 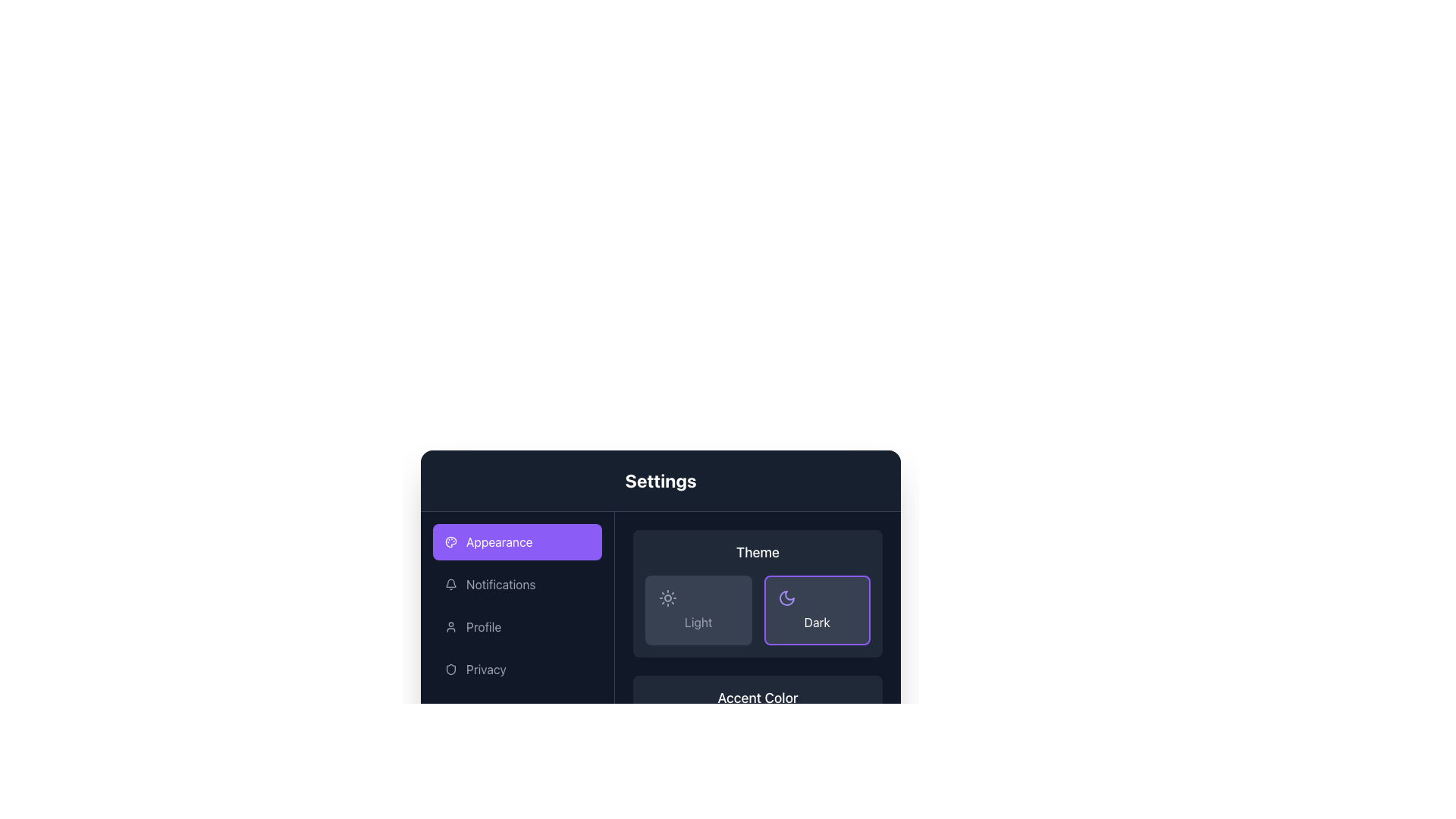 What do you see at coordinates (816, 623) in the screenshot?
I see `the descriptive label for the 'Dark' theme option, located underneath the moon icon in the 'Theme' selection section` at bounding box center [816, 623].